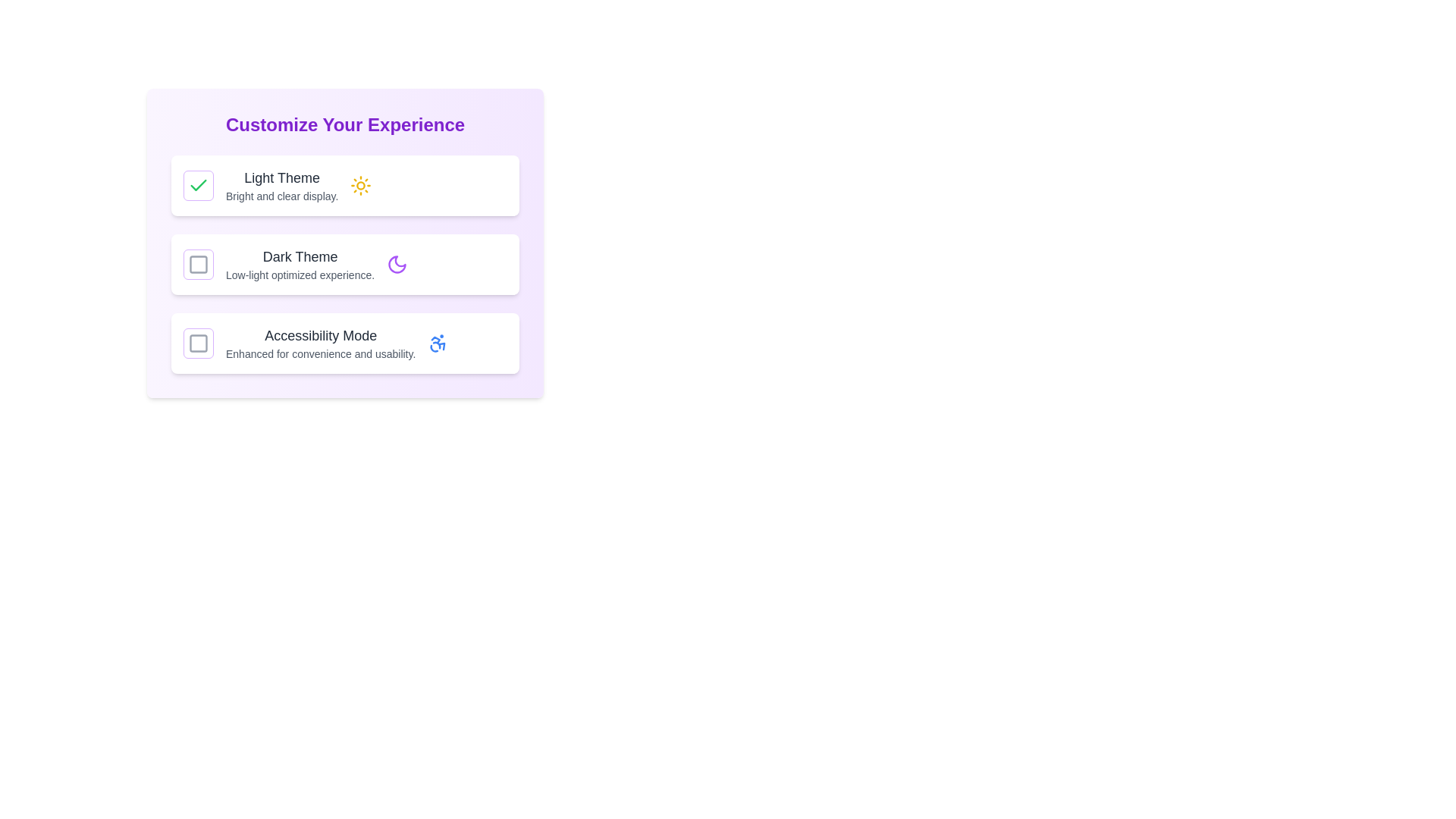 The height and width of the screenshot is (819, 1456). I want to click on the 'Dark Theme' card component, which is the second card, so click(344, 263).